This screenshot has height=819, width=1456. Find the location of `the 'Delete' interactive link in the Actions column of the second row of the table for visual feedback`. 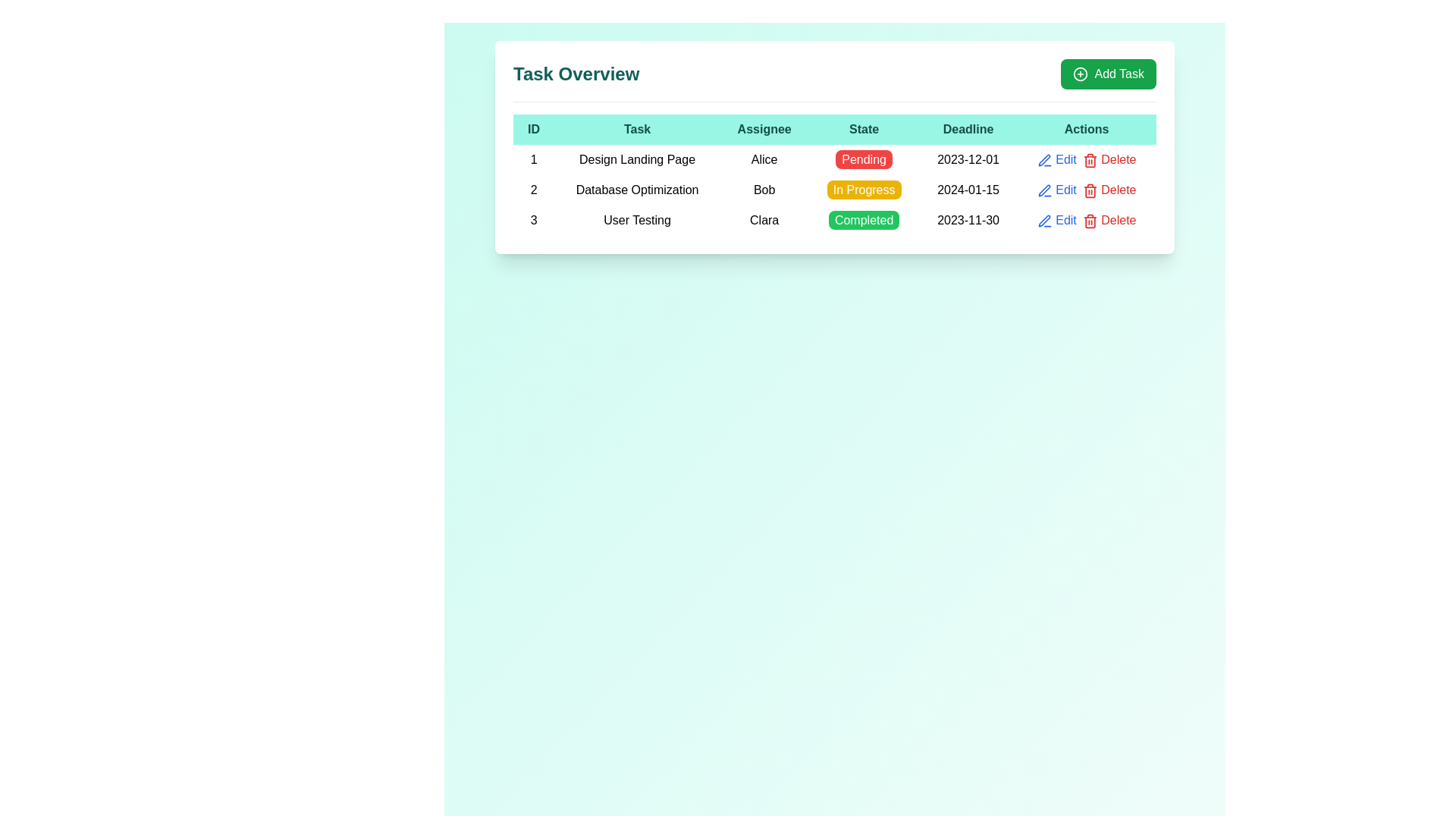

the 'Delete' interactive link in the Actions column of the second row of the table for visual feedback is located at coordinates (1086, 189).